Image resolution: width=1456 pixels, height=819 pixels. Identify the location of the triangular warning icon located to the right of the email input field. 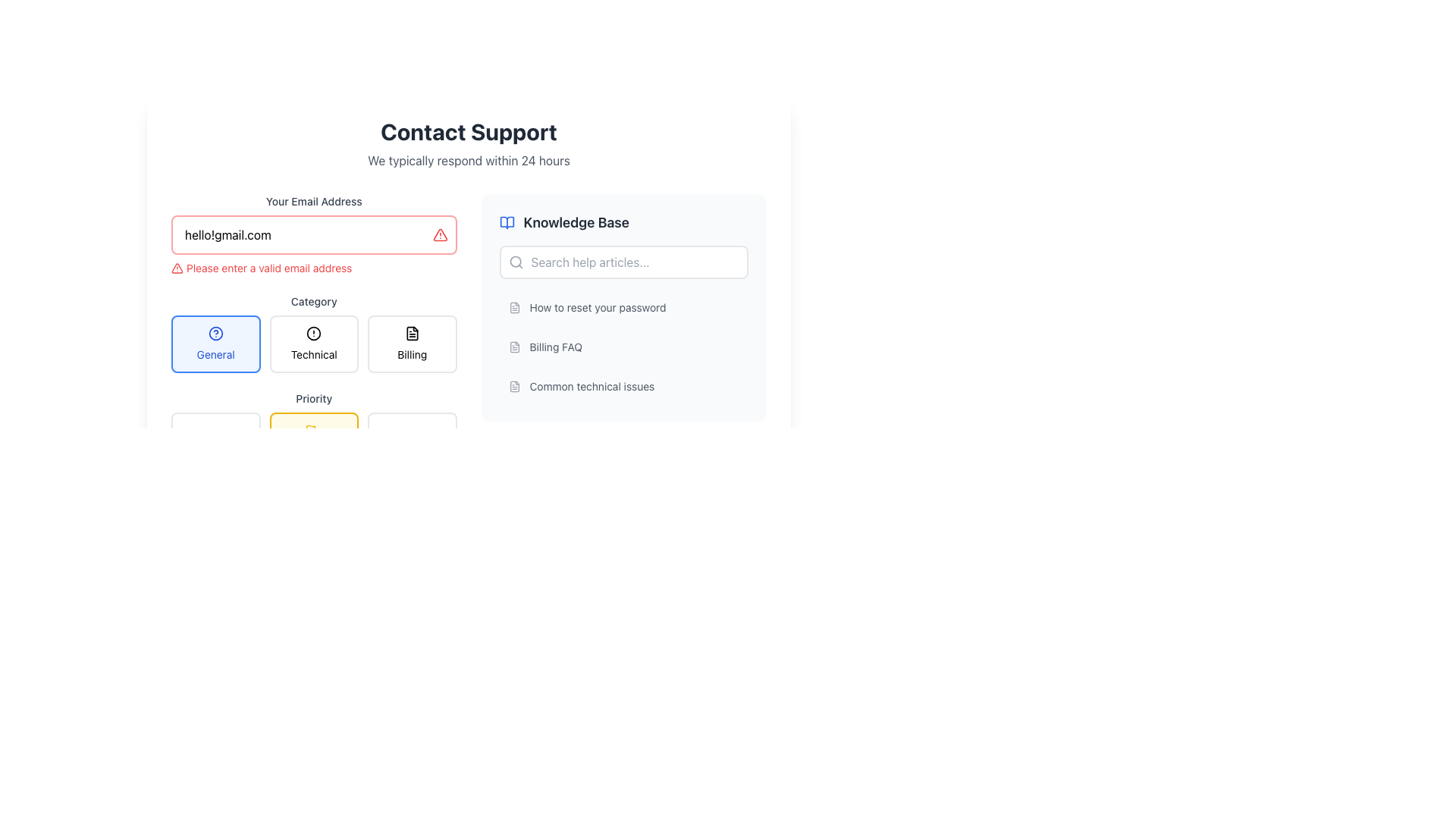
(177, 268).